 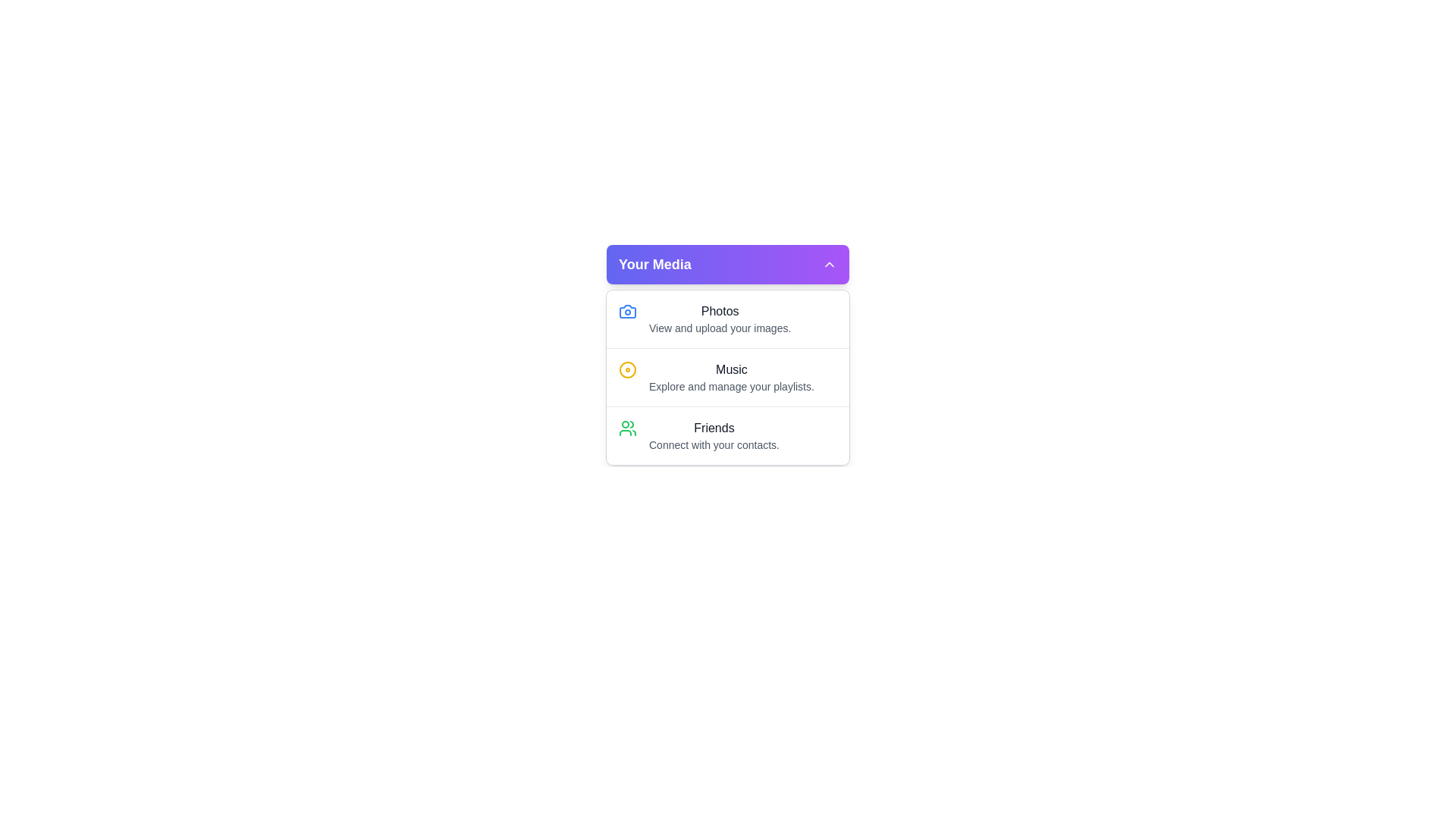 What do you see at coordinates (731, 376) in the screenshot?
I see `the 'Music' text block, which features a bold heading and a descriptive subtitle, located in the middle of the list within the 'Your Media' section` at bounding box center [731, 376].